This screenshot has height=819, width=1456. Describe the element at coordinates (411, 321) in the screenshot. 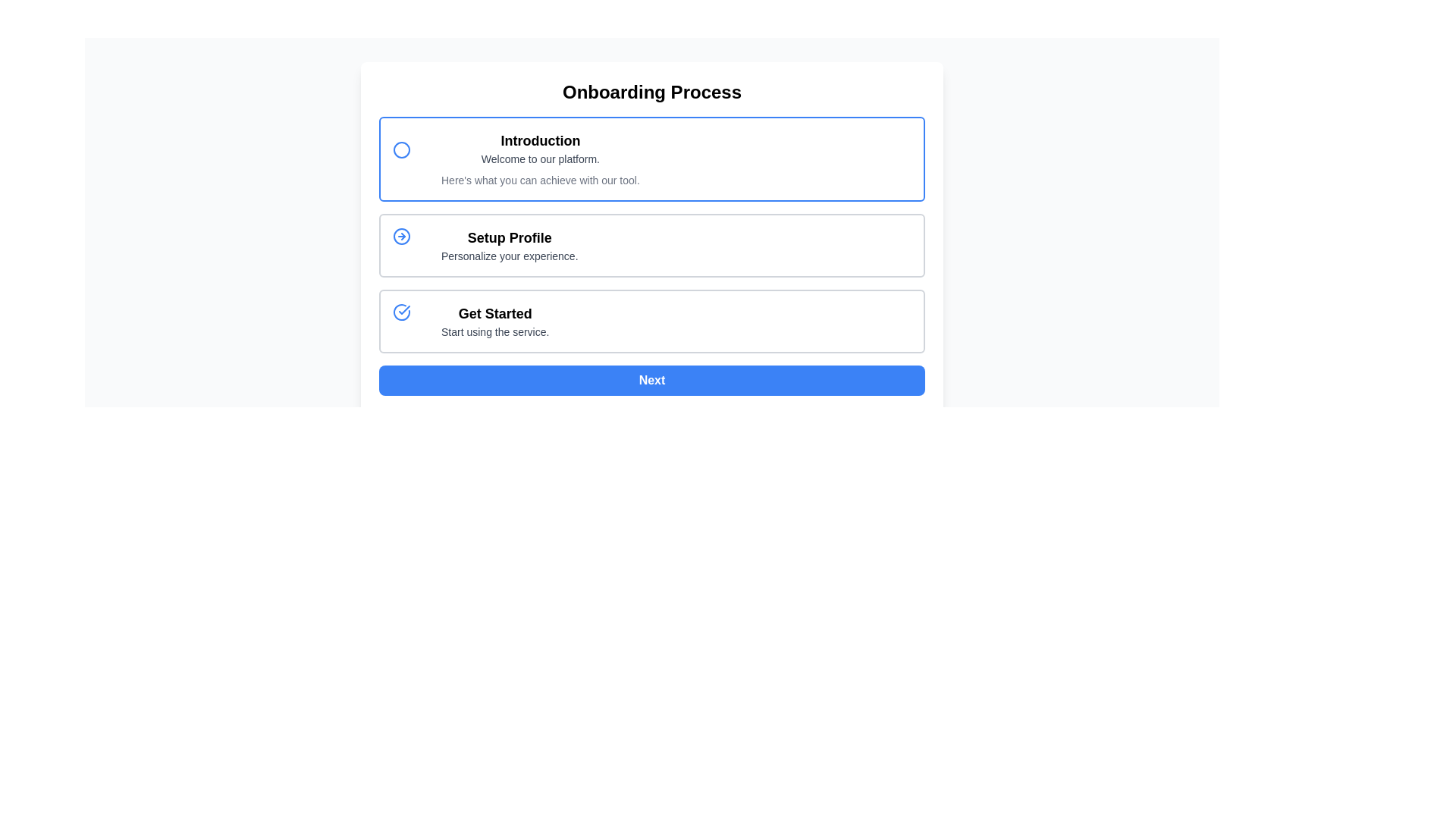

I see `the visual state of the circular icon with a blue outline and a checkmark inside, located at the top-left corner of the 'Get Started' card` at that location.